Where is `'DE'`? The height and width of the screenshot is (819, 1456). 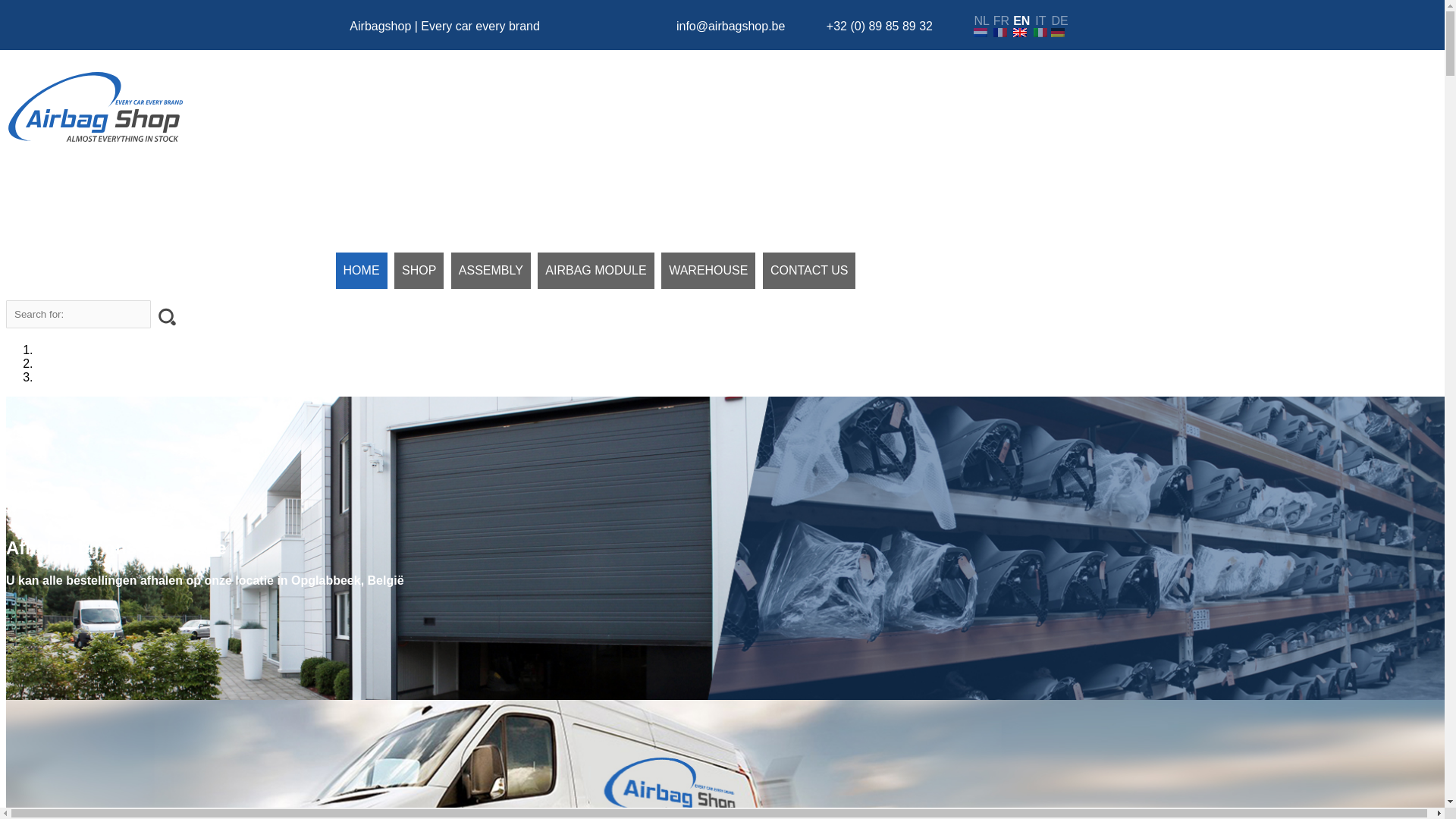
'DE' is located at coordinates (1058, 26).